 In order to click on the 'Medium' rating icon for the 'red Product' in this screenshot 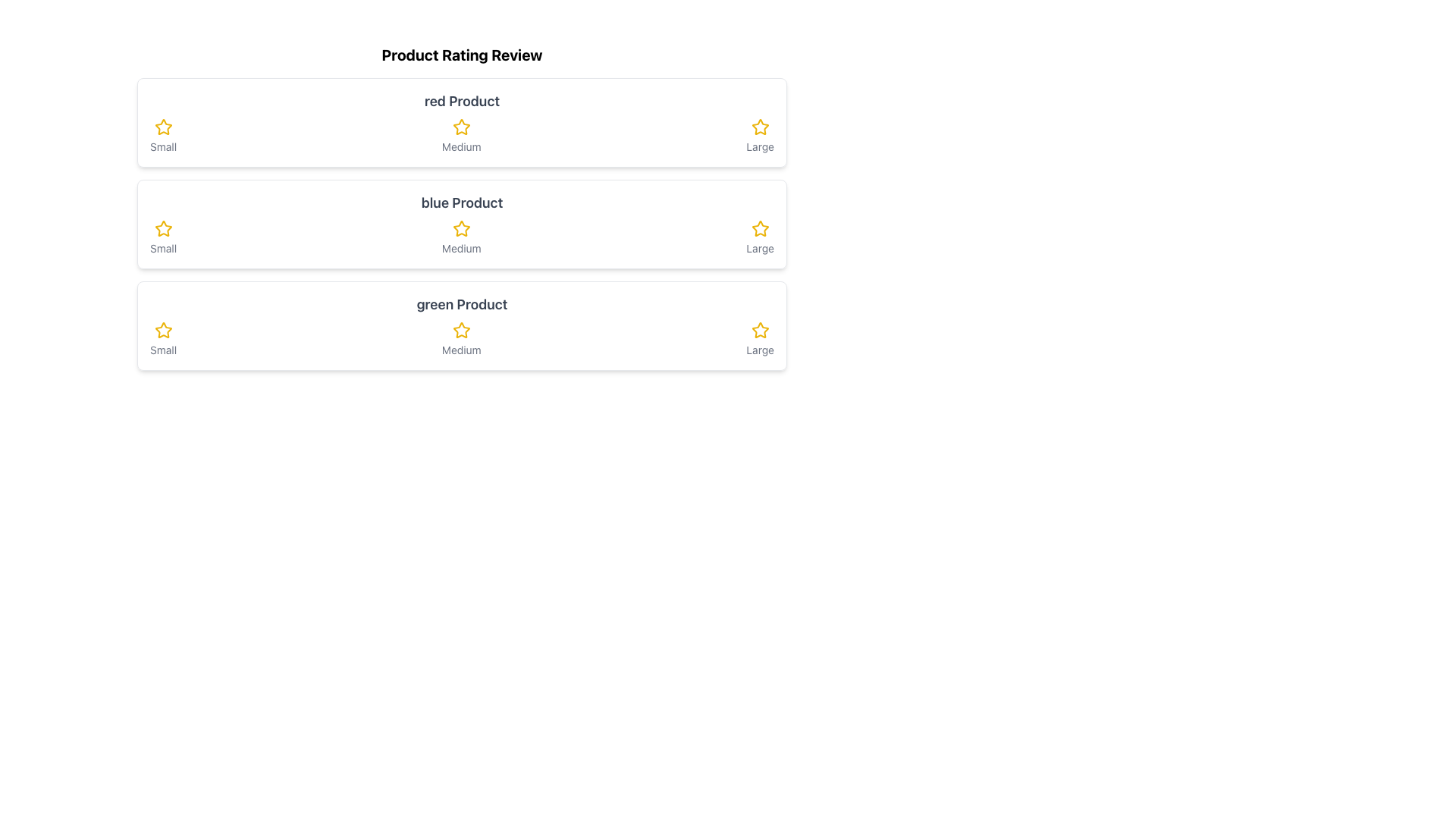, I will do `click(460, 136)`.